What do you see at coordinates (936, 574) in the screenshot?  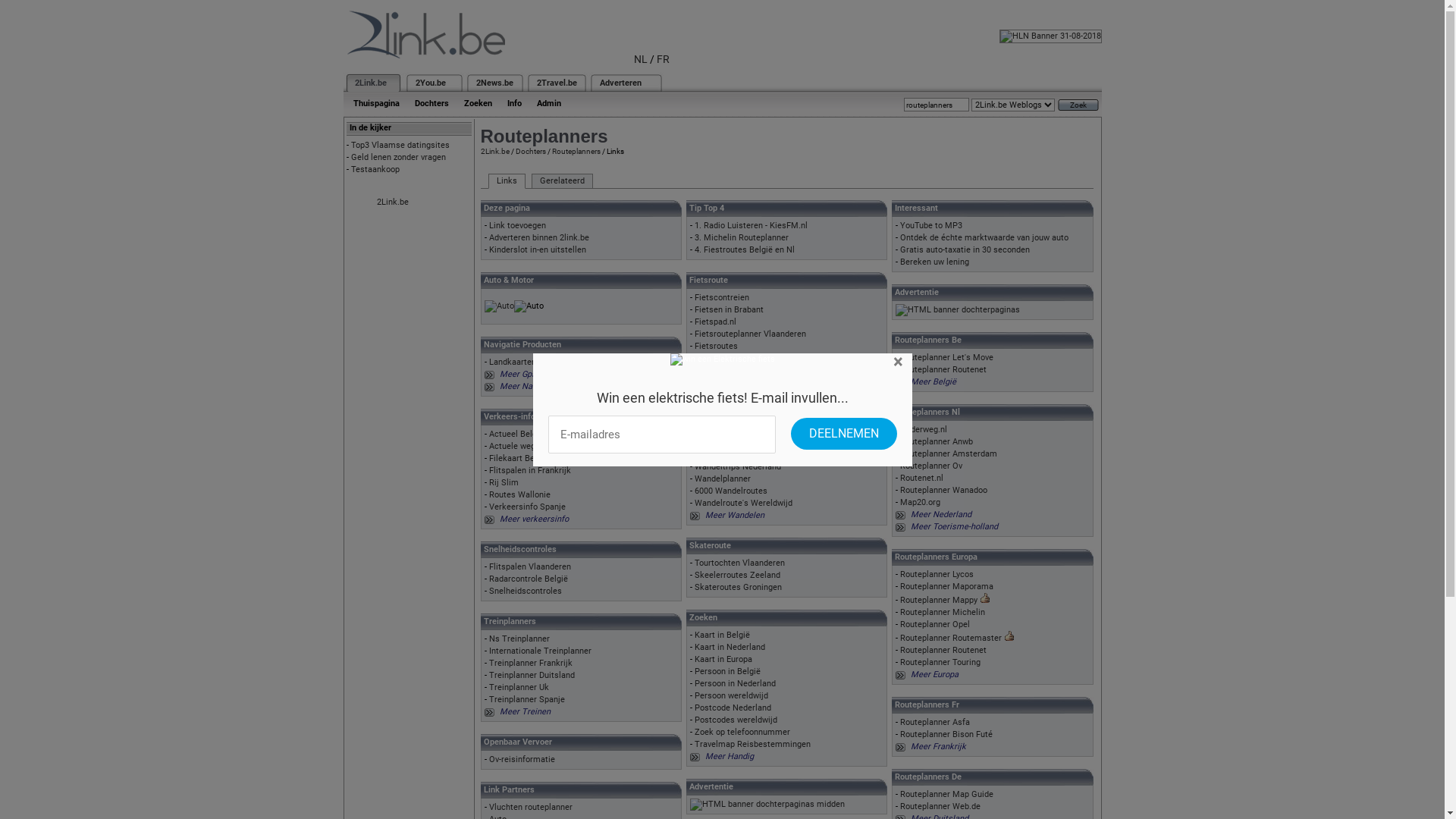 I see `'Routeplanner Lycos'` at bounding box center [936, 574].